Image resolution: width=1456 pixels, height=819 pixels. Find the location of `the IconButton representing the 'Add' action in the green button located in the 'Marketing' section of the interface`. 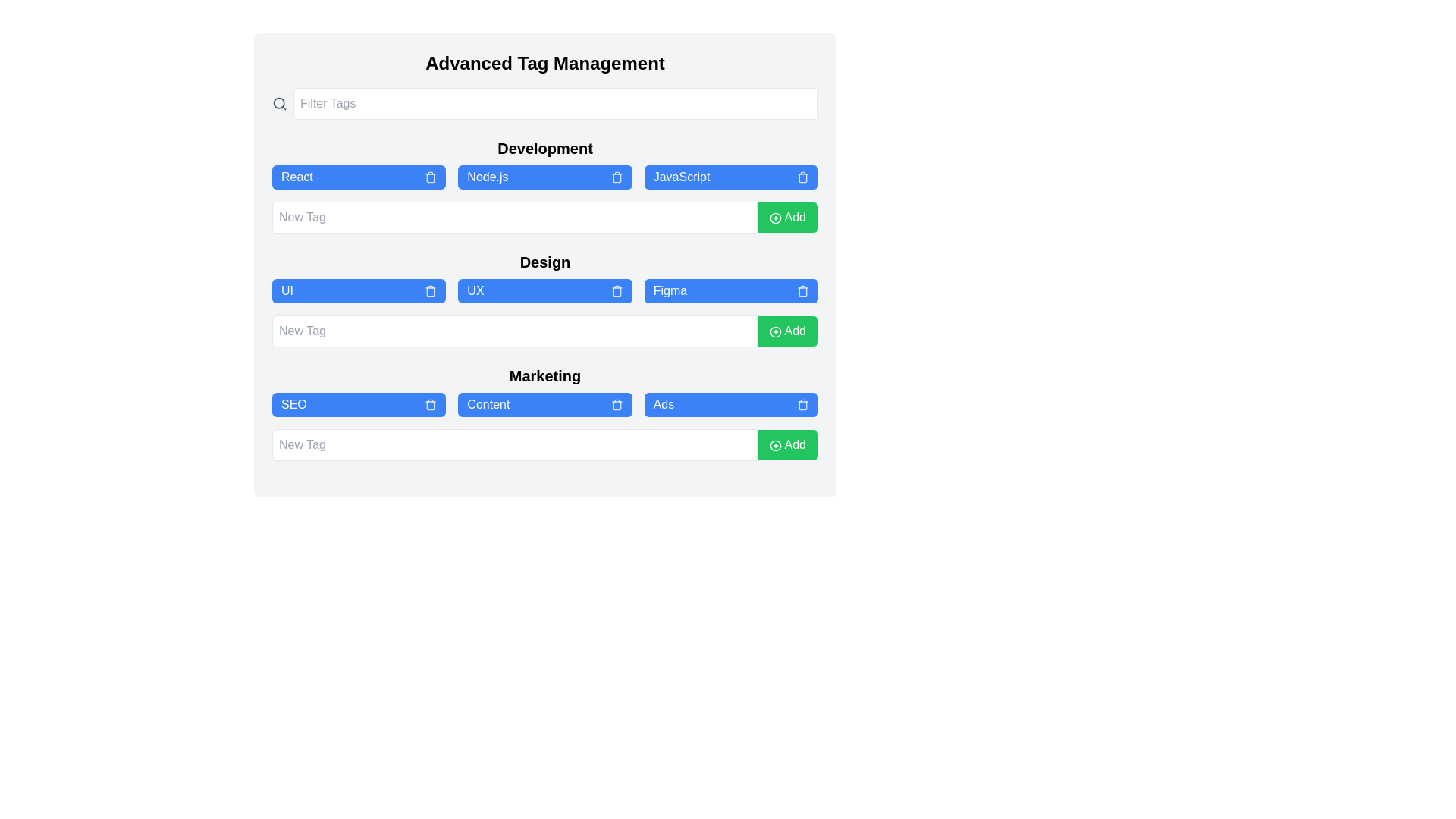

the IconButton representing the 'Add' action in the green button located in the 'Marketing' section of the interface is located at coordinates (775, 444).